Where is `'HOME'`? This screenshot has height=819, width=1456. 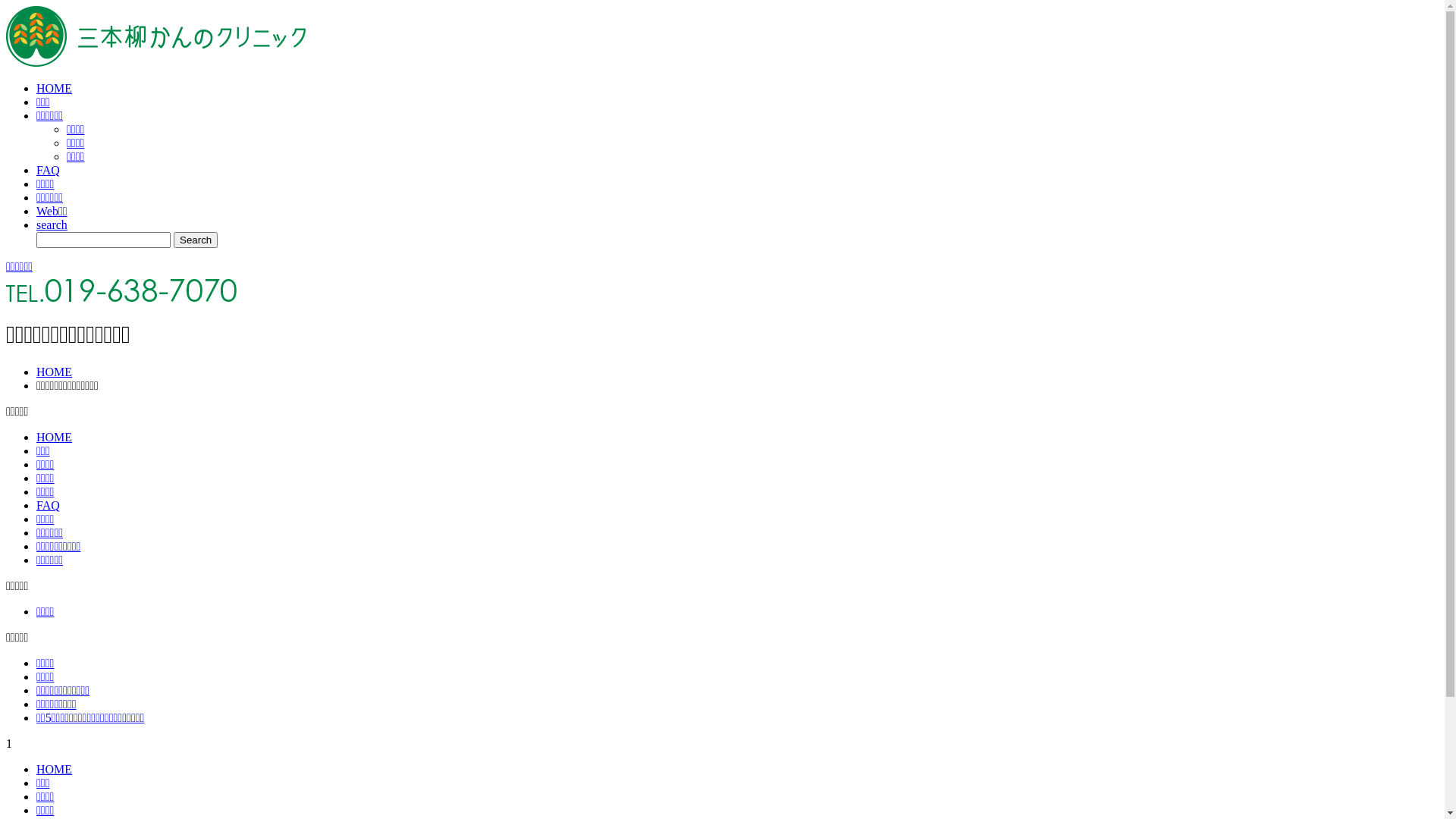
'HOME' is located at coordinates (54, 769).